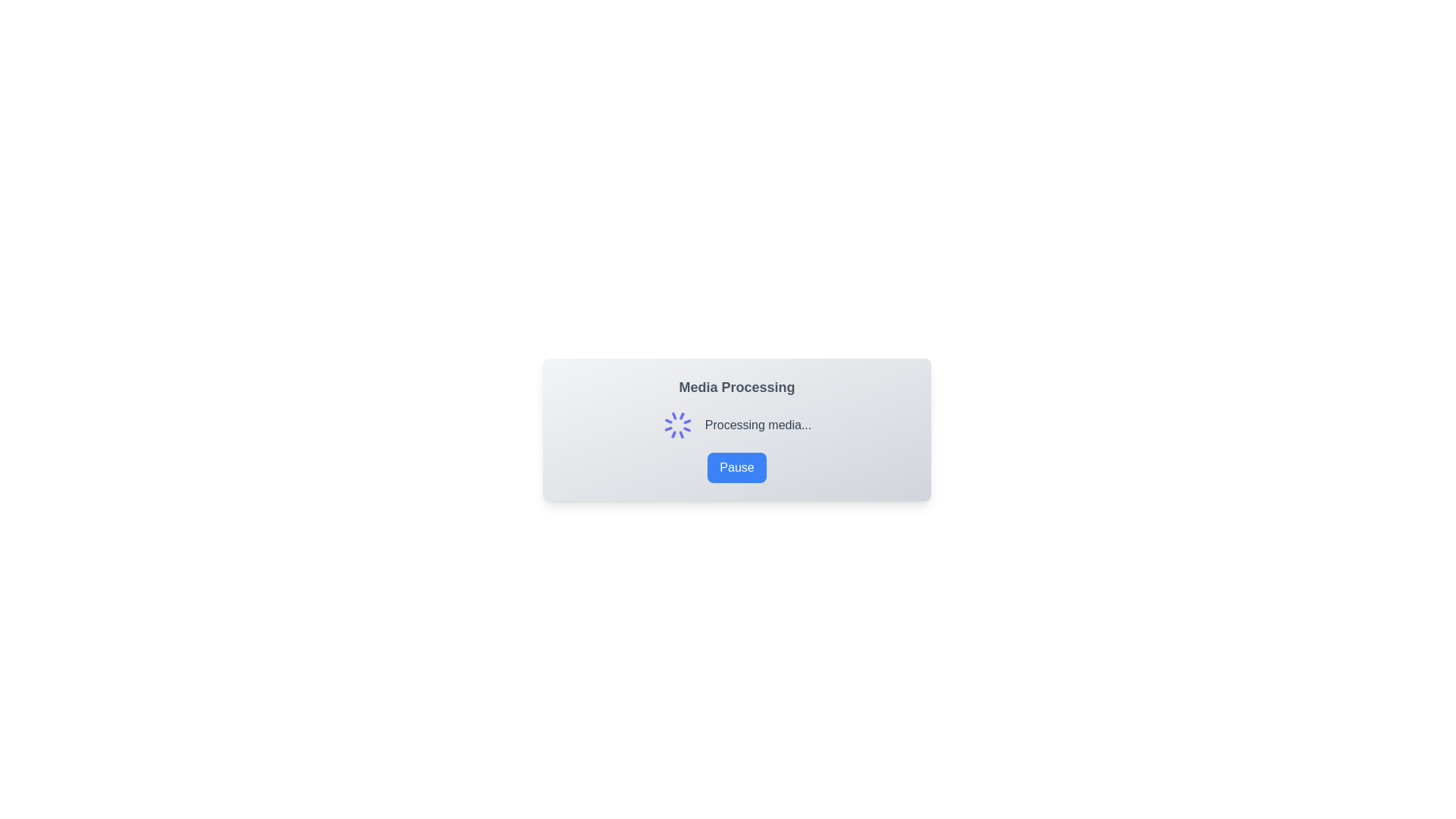  What do you see at coordinates (736, 425) in the screenshot?
I see `the centered notification displaying 'Processing media...' with a spinning loader icon in indigo, located underneath the title 'Media Processing'` at bounding box center [736, 425].